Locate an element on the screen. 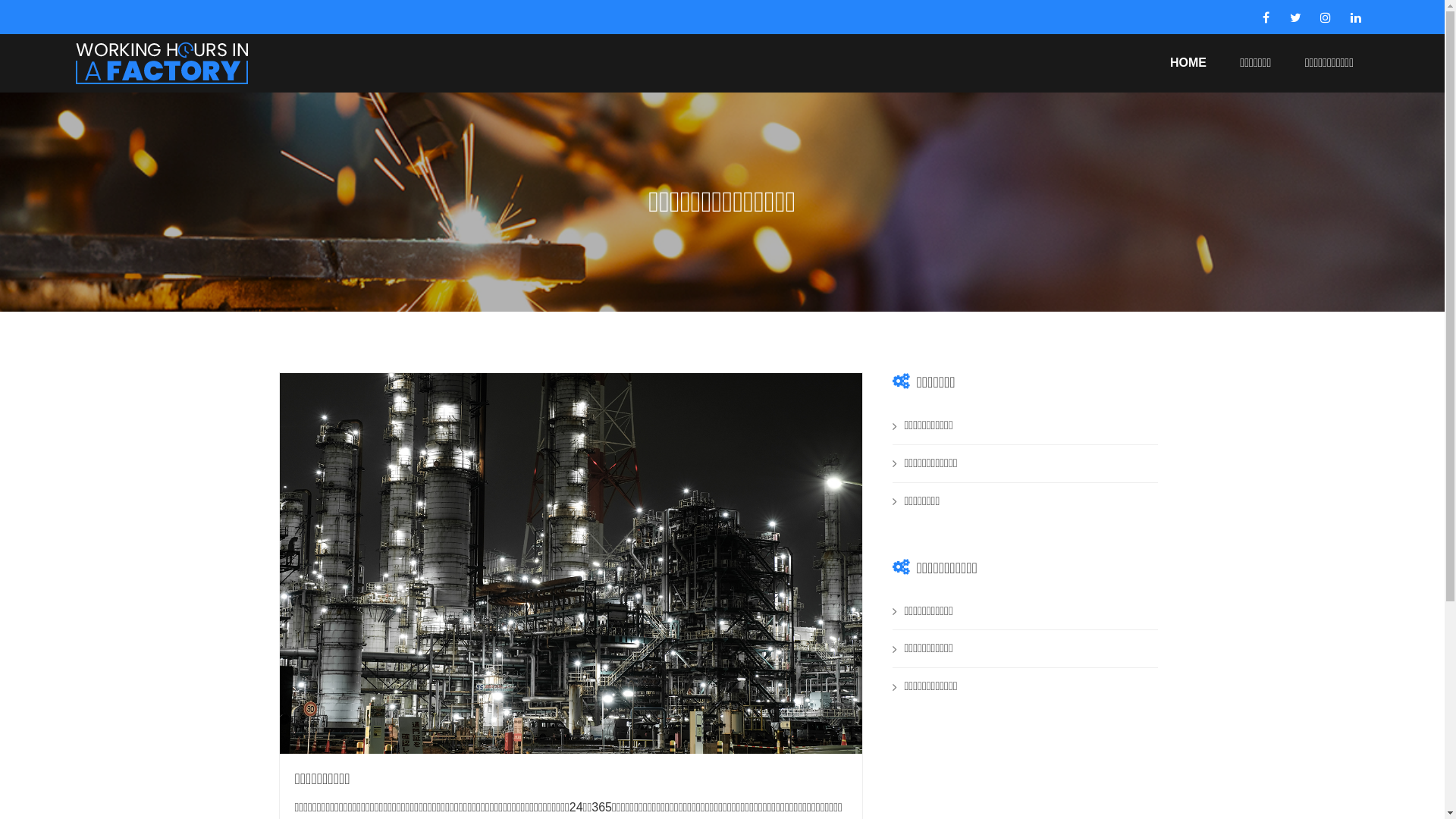  'HOME' is located at coordinates (1187, 61).